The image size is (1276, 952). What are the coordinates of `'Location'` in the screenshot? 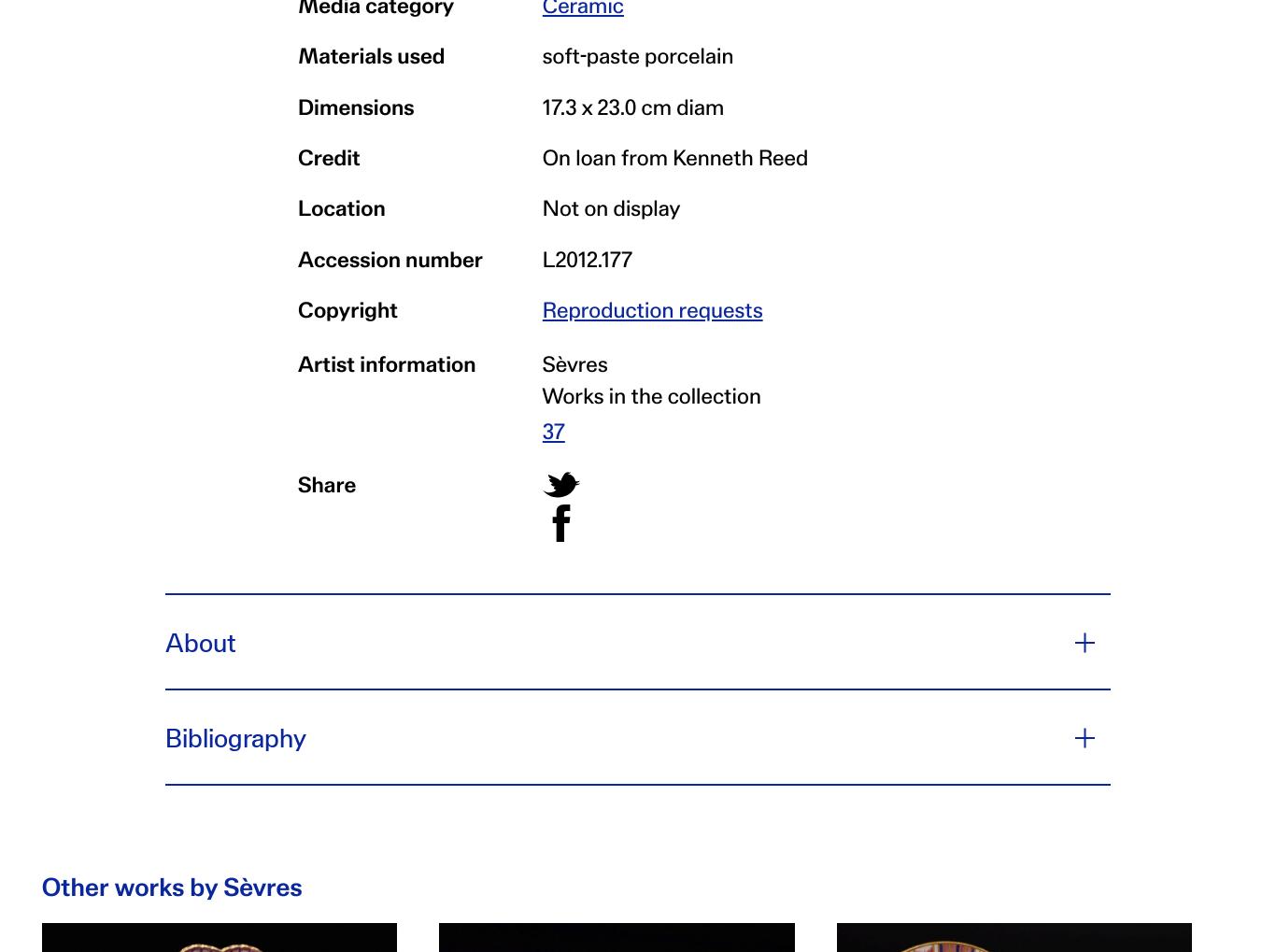 It's located at (340, 206).